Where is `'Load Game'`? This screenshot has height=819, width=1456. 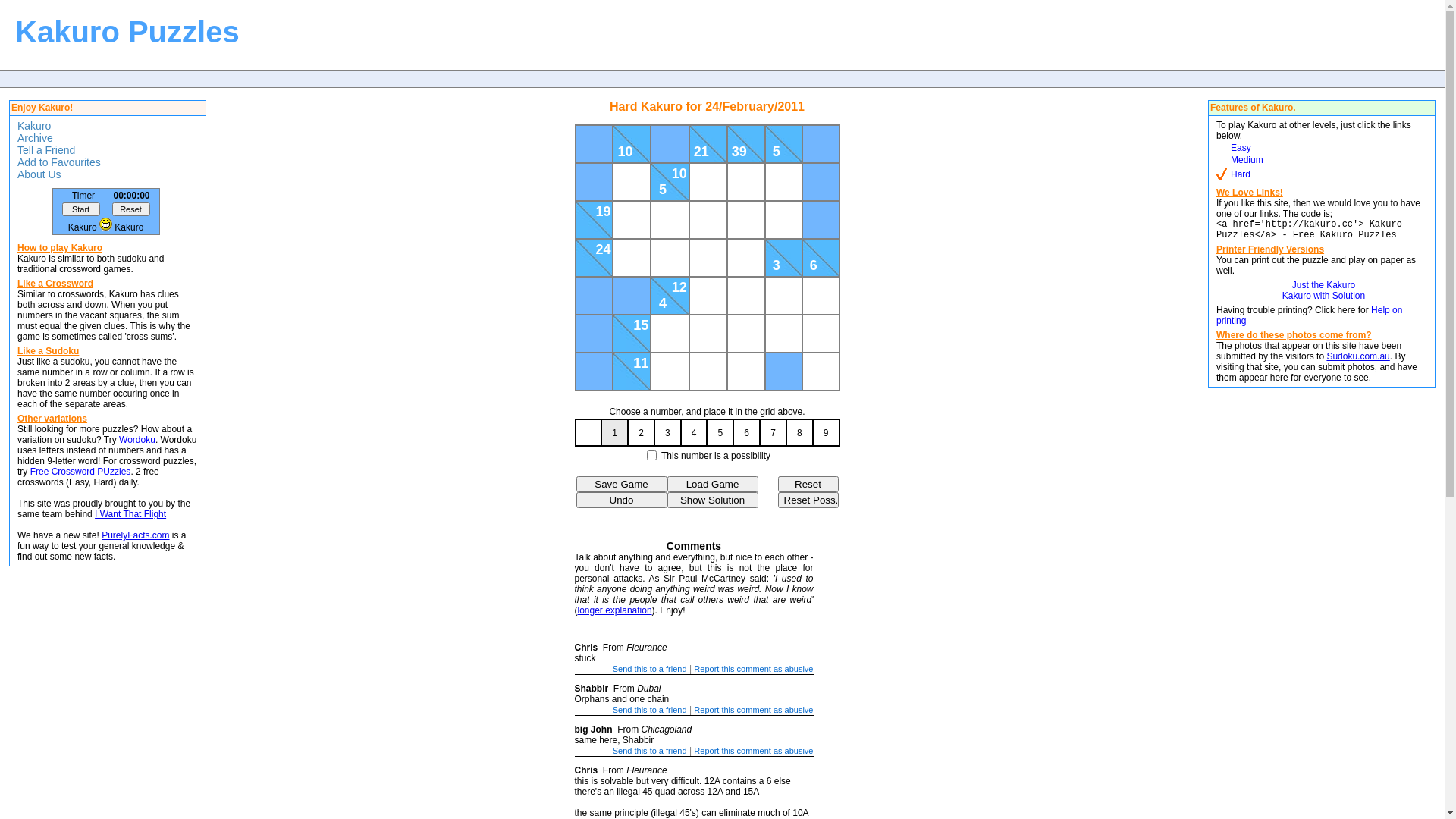
'Load Game' is located at coordinates (712, 484).